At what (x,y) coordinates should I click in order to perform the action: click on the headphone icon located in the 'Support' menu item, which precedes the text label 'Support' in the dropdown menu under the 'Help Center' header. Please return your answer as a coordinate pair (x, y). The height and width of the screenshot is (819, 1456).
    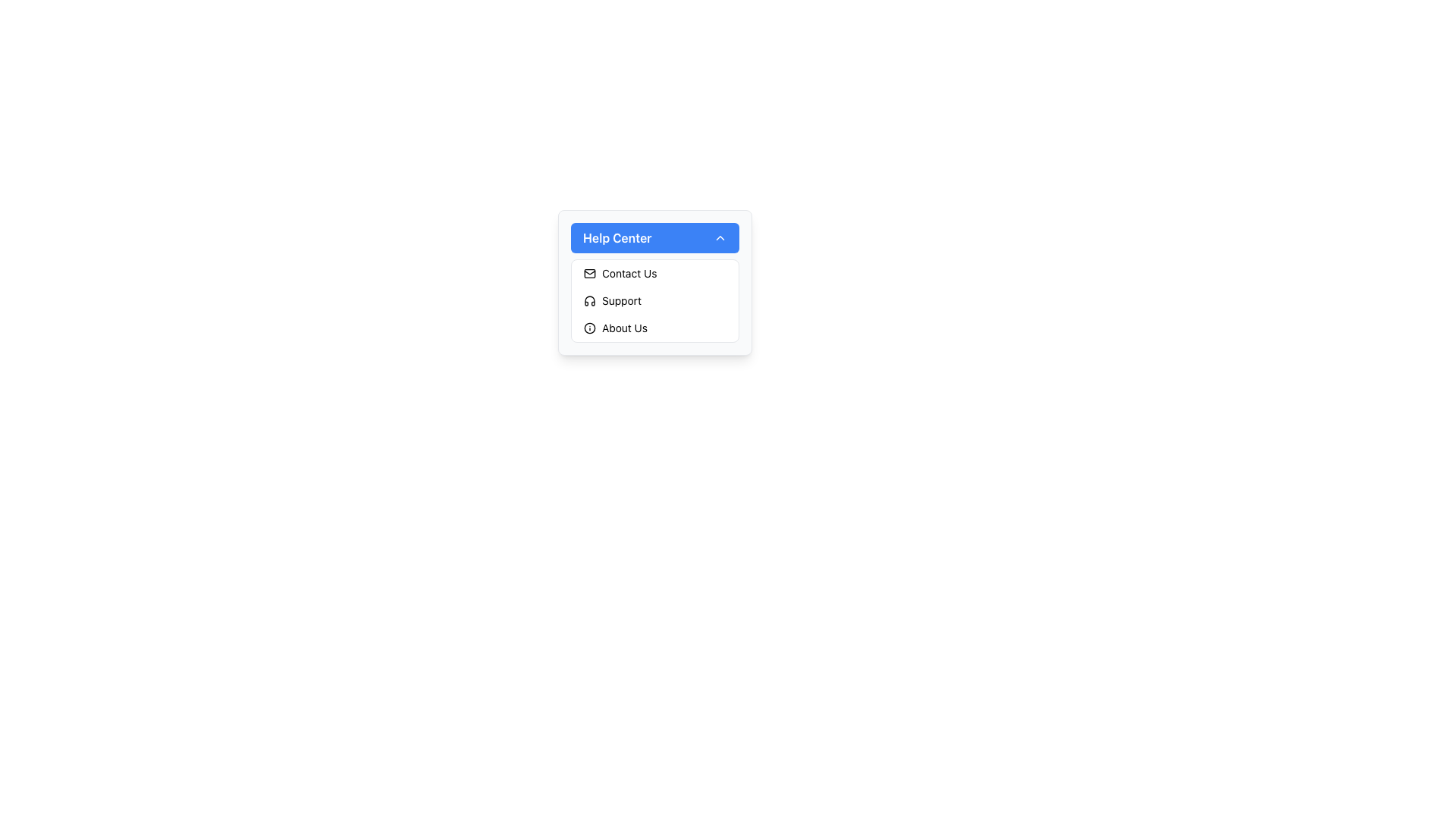
    Looking at the image, I should click on (588, 301).